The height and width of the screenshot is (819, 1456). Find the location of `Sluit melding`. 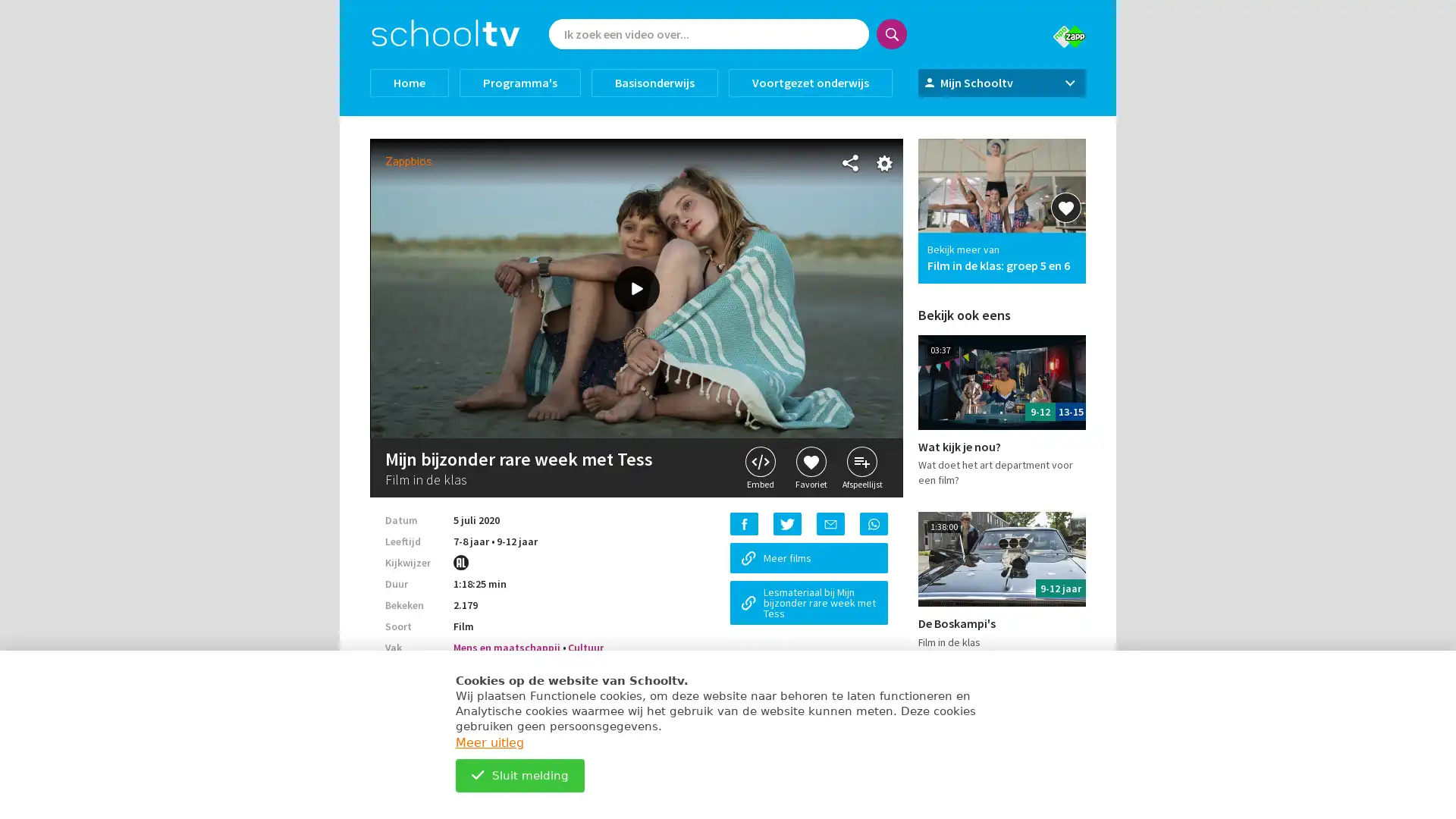

Sluit melding is located at coordinates (519, 775).